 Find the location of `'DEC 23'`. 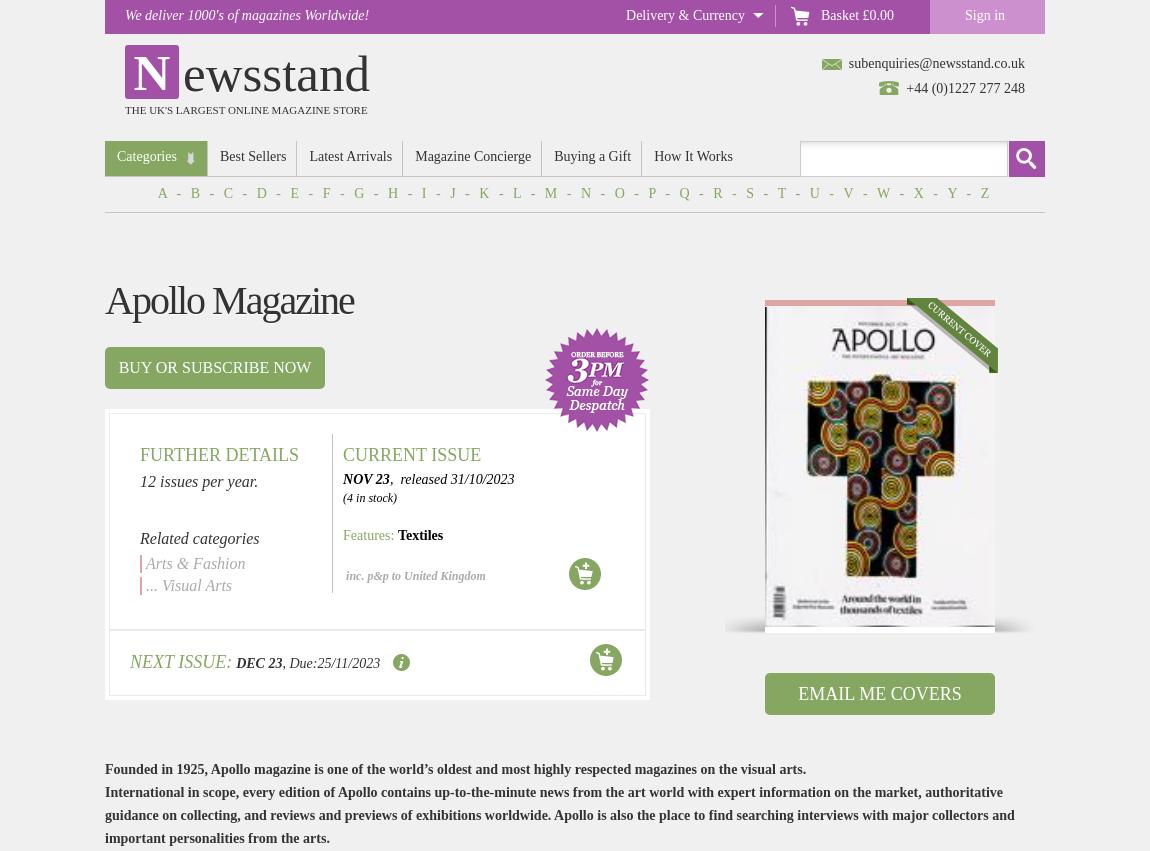

'DEC 23' is located at coordinates (257, 663).